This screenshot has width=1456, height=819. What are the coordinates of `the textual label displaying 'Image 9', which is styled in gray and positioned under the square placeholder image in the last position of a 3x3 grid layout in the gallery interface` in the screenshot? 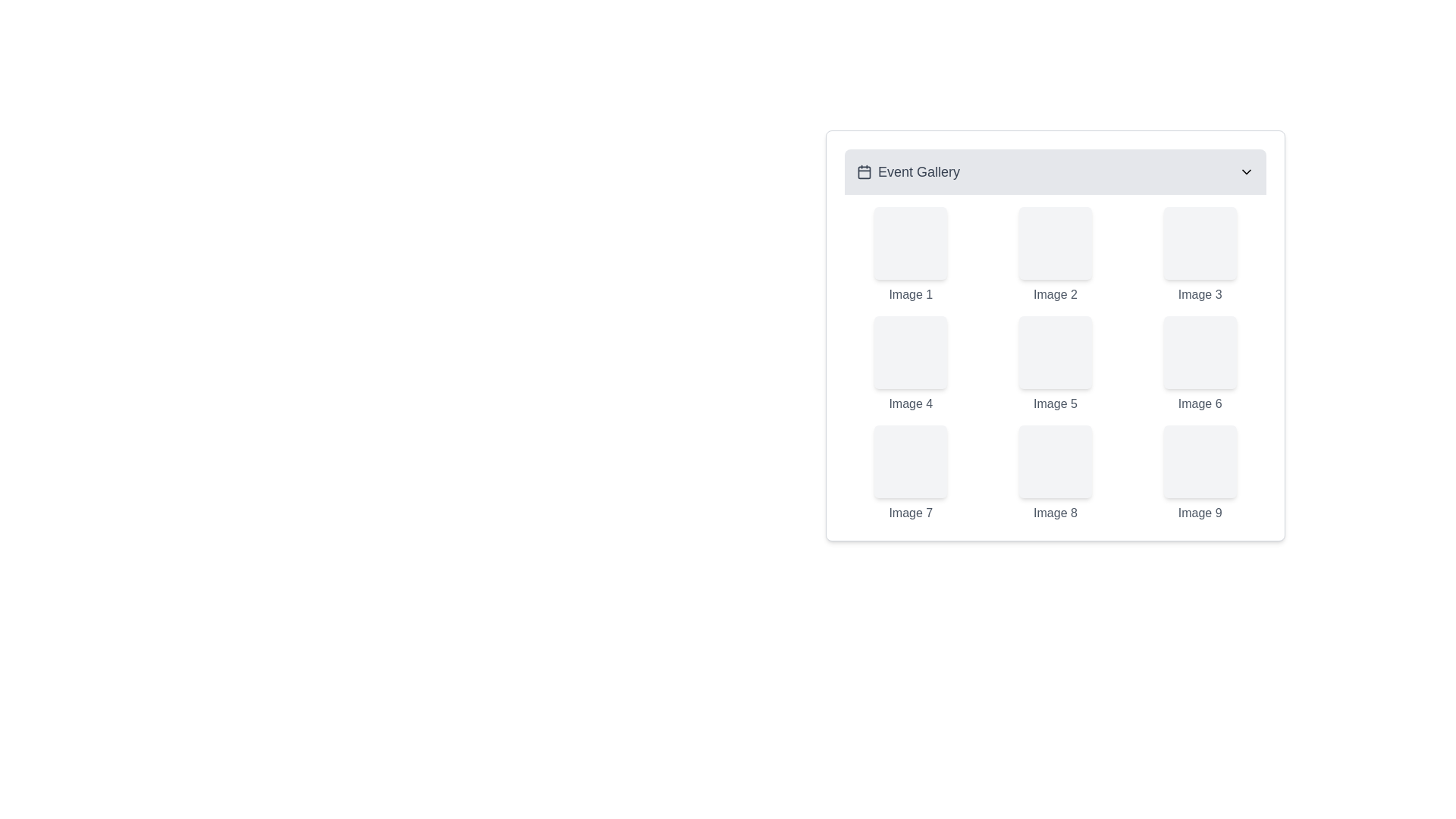 It's located at (1199, 513).